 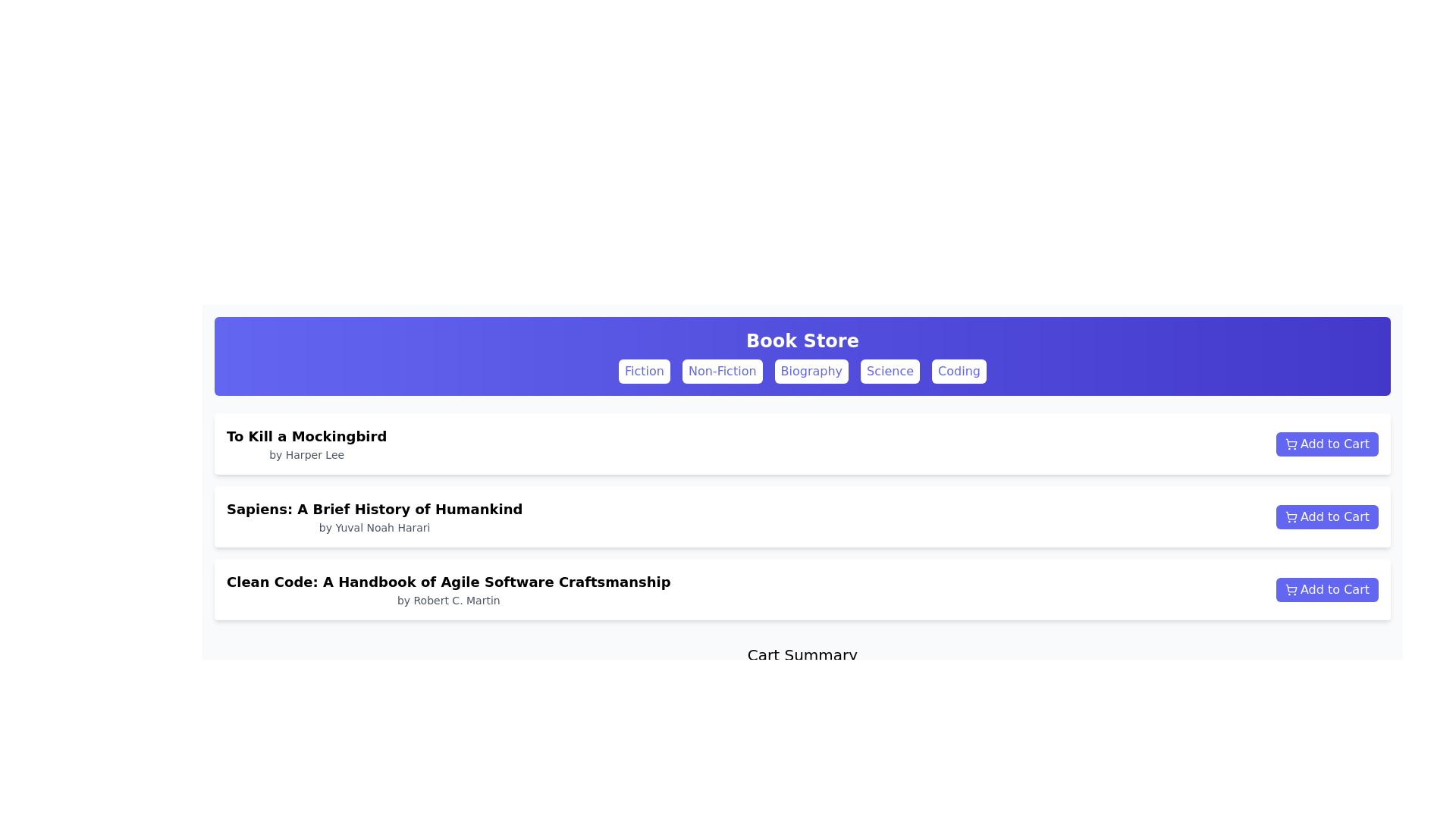 What do you see at coordinates (890, 371) in the screenshot?
I see `the 'Science' category filter button, which is the fourth button in a horizontal row of five buttons in the header section of the bookstore platform` at bounding box center [890, 371].